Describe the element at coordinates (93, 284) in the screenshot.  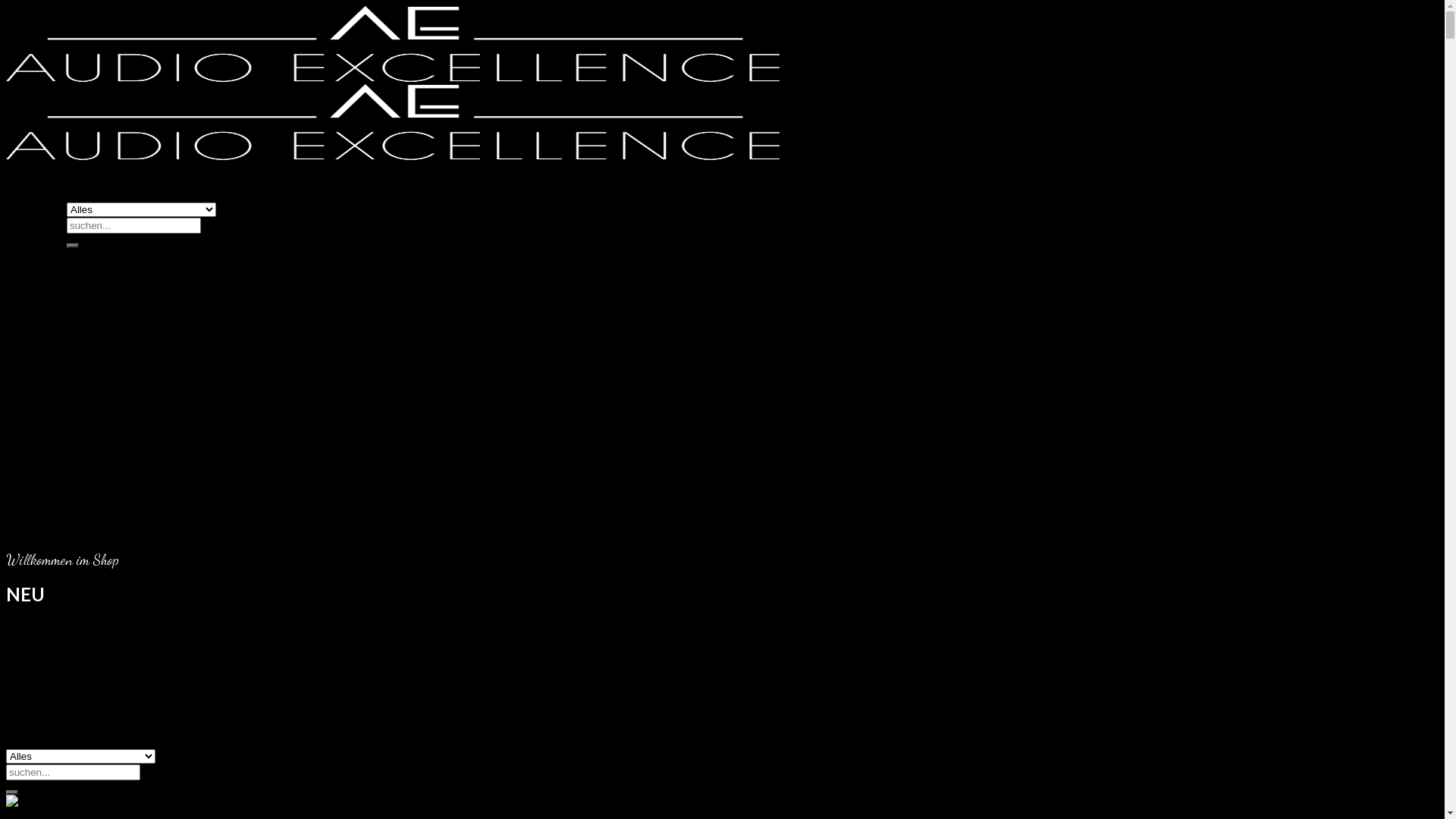
I see `'Gebraucht'` at that location.